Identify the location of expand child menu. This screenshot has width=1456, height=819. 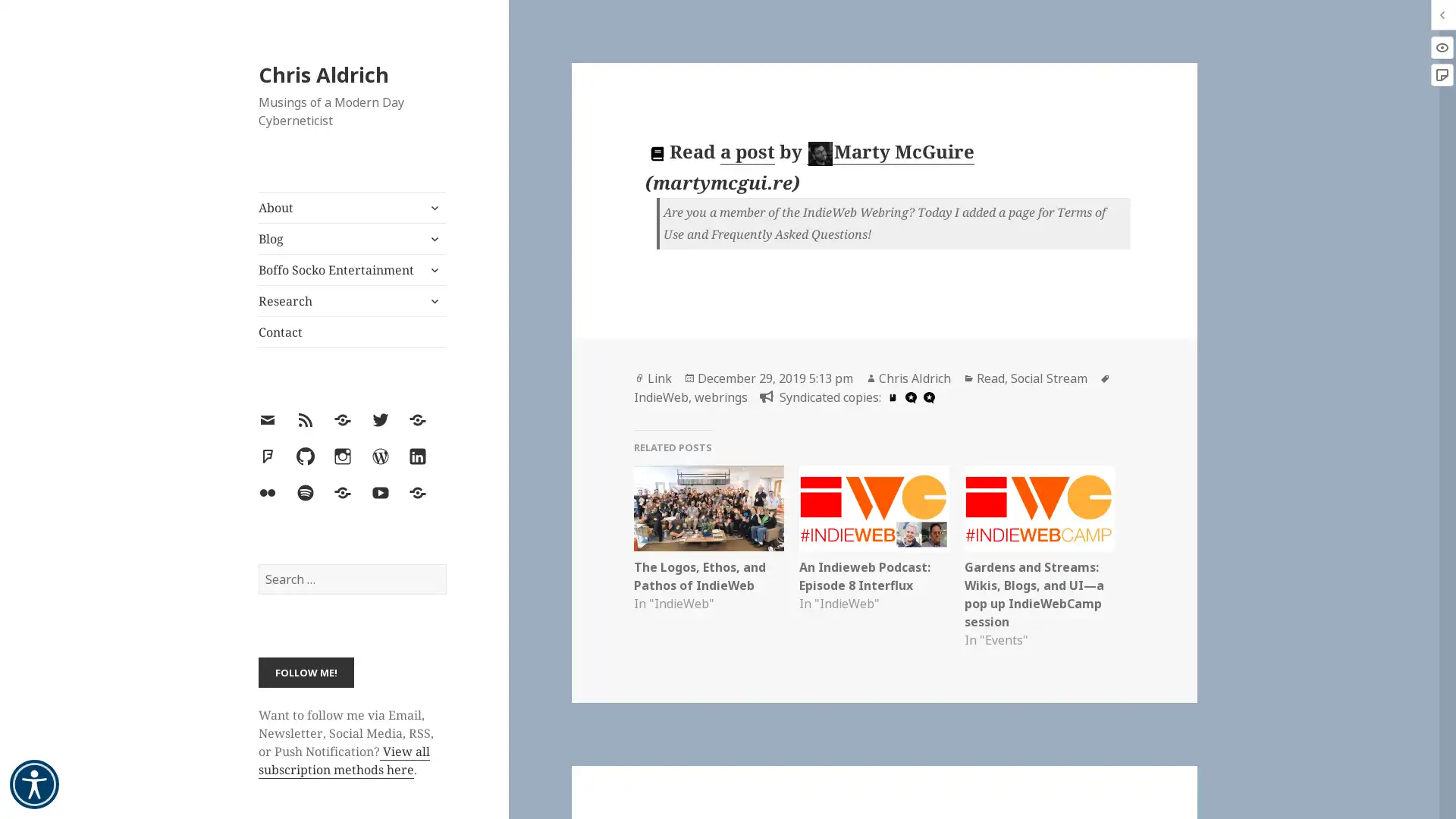
(432, 207).